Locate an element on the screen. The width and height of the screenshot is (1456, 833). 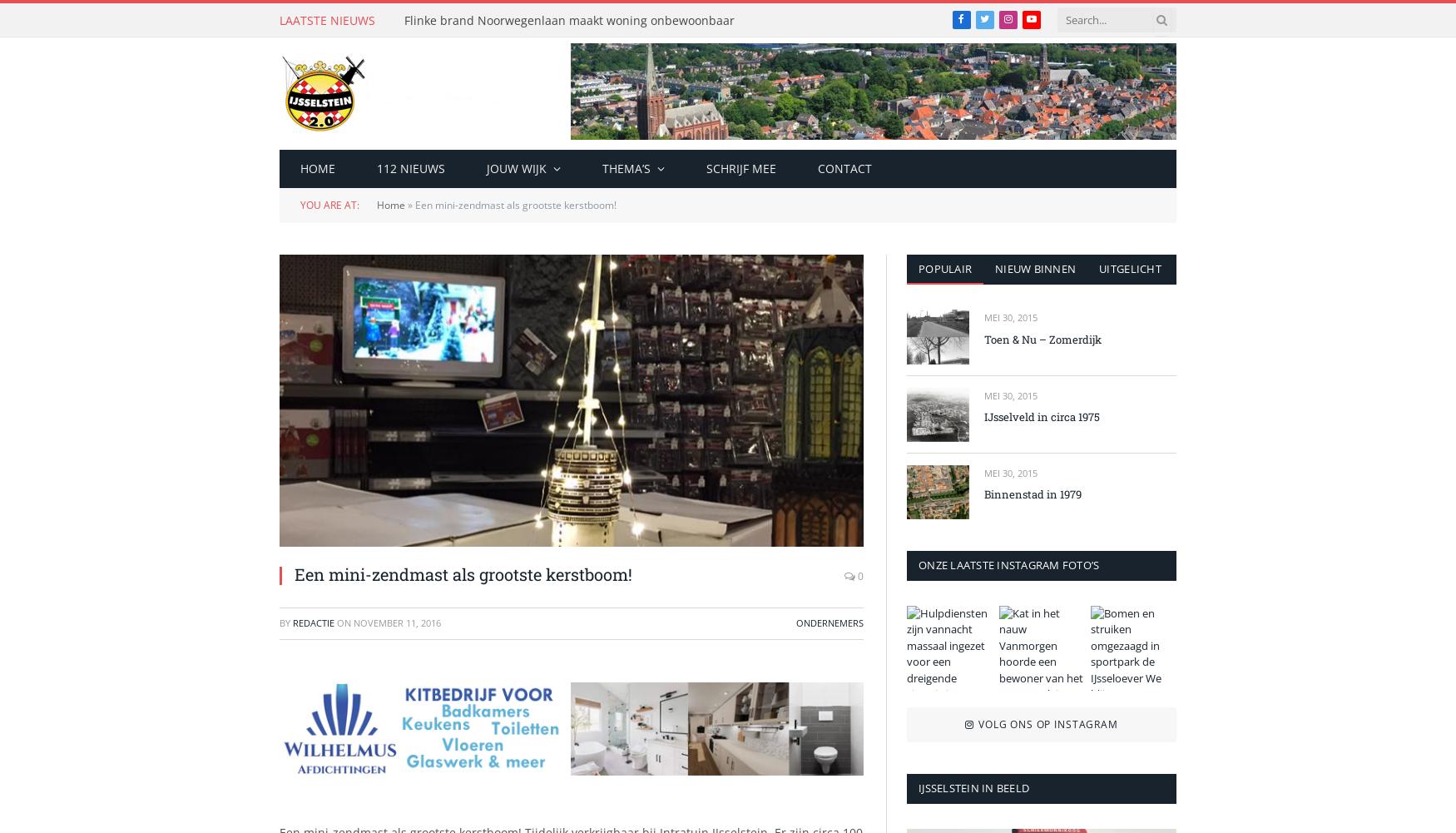
'By' is located at coordinates (286, 622).